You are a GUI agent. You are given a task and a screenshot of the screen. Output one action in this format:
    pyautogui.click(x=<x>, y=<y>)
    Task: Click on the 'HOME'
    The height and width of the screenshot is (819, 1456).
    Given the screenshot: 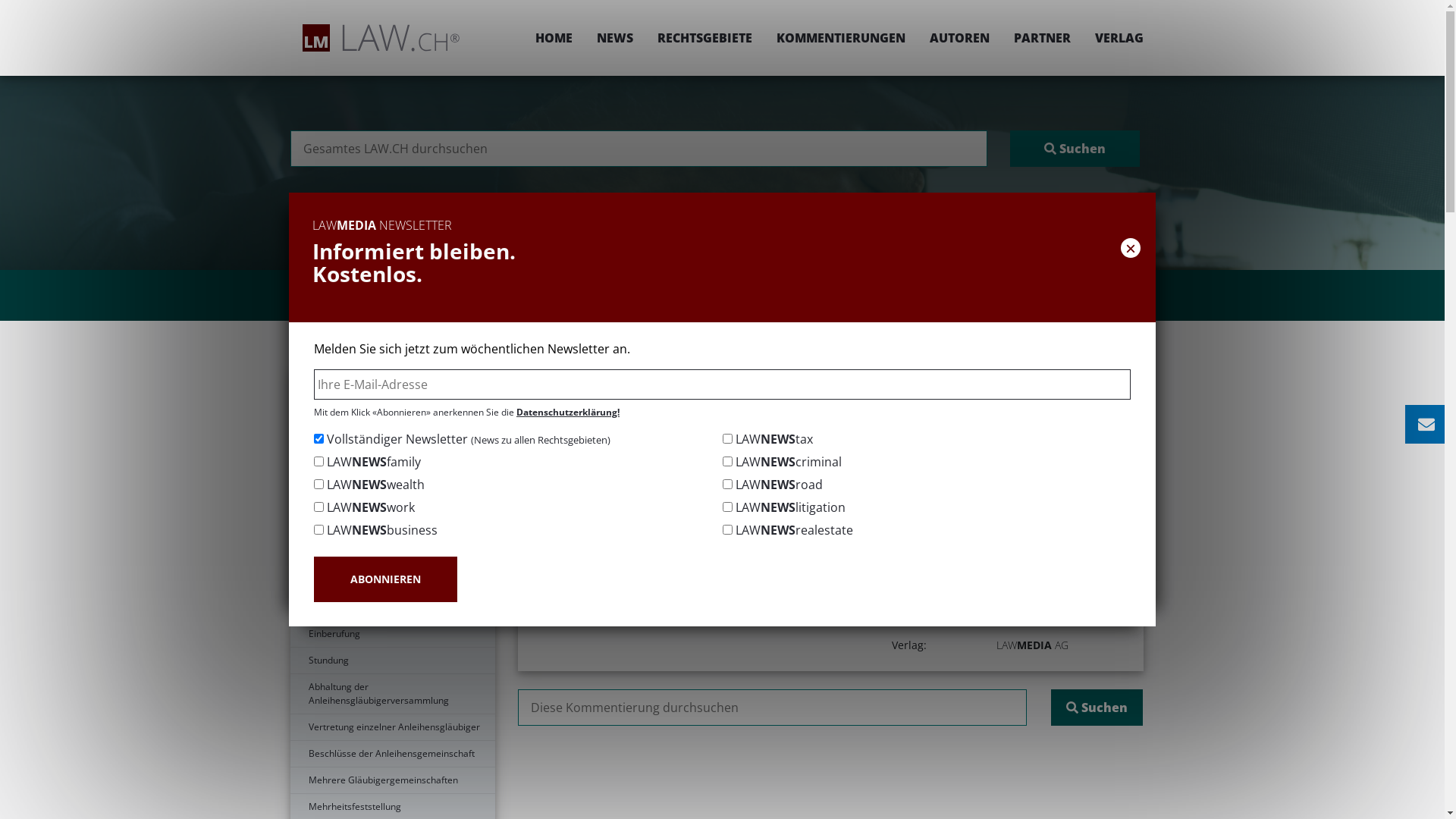 What is the action you would take?
    pyautogui.click(x=523, y=37)
    